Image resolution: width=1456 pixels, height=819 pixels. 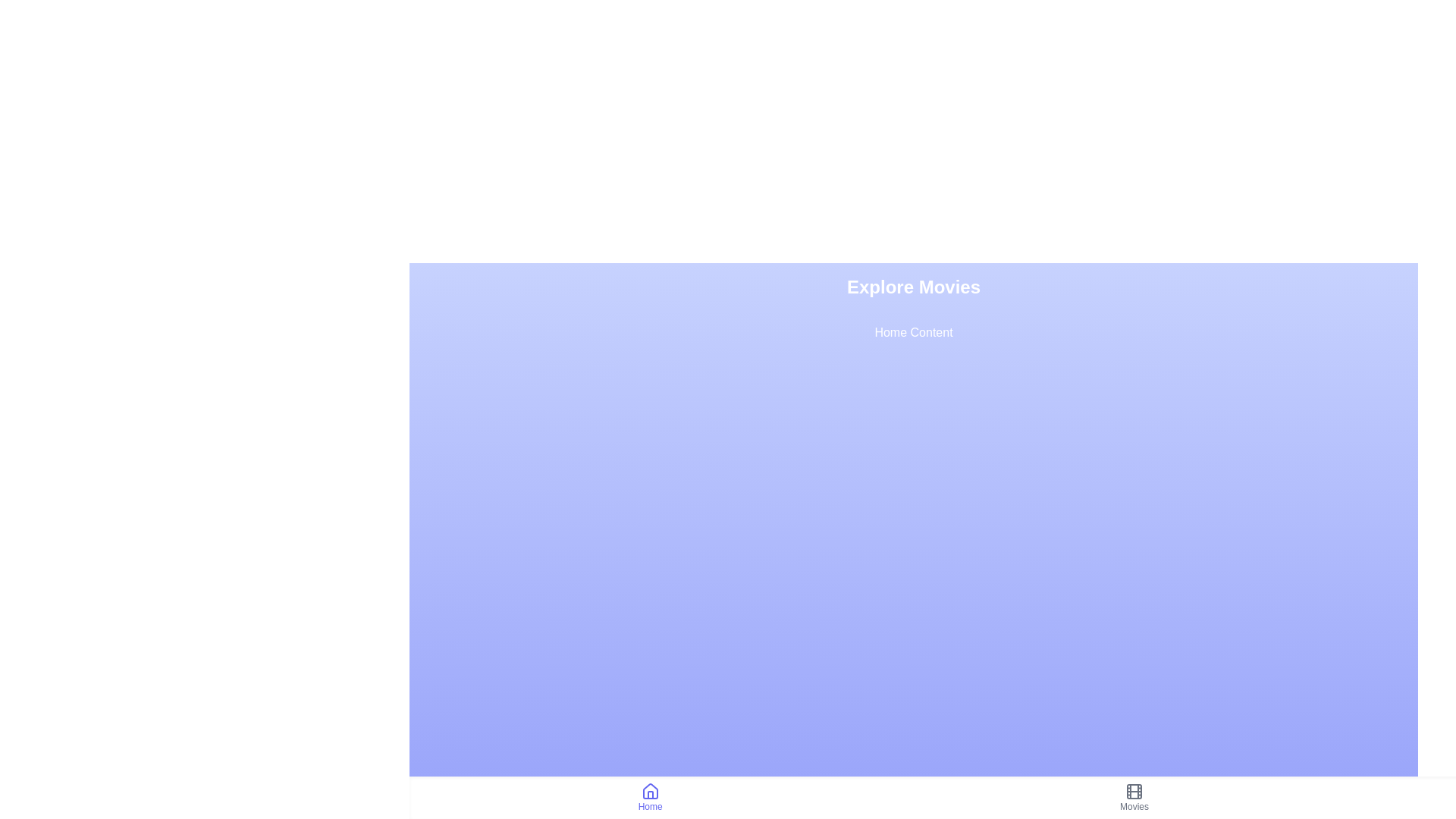 I want to click on the 'Movies' text label located in the bottom navigation bar, positioned below the film strip icon, so click(x=1134, y=806).